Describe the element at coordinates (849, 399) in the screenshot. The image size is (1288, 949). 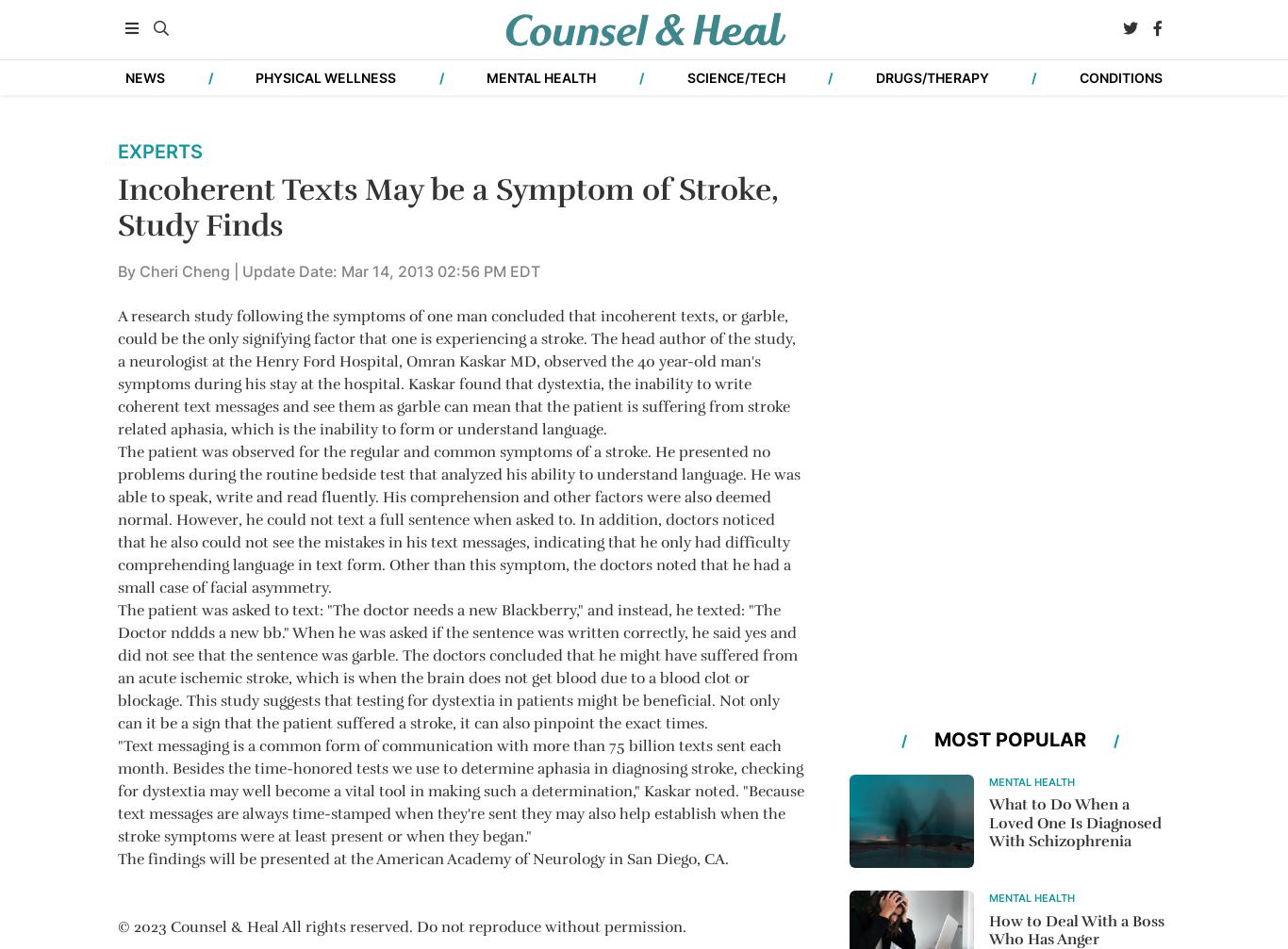
I see `'ASMR Beyond Sound Stimulation and Its Benefits'` at that location.